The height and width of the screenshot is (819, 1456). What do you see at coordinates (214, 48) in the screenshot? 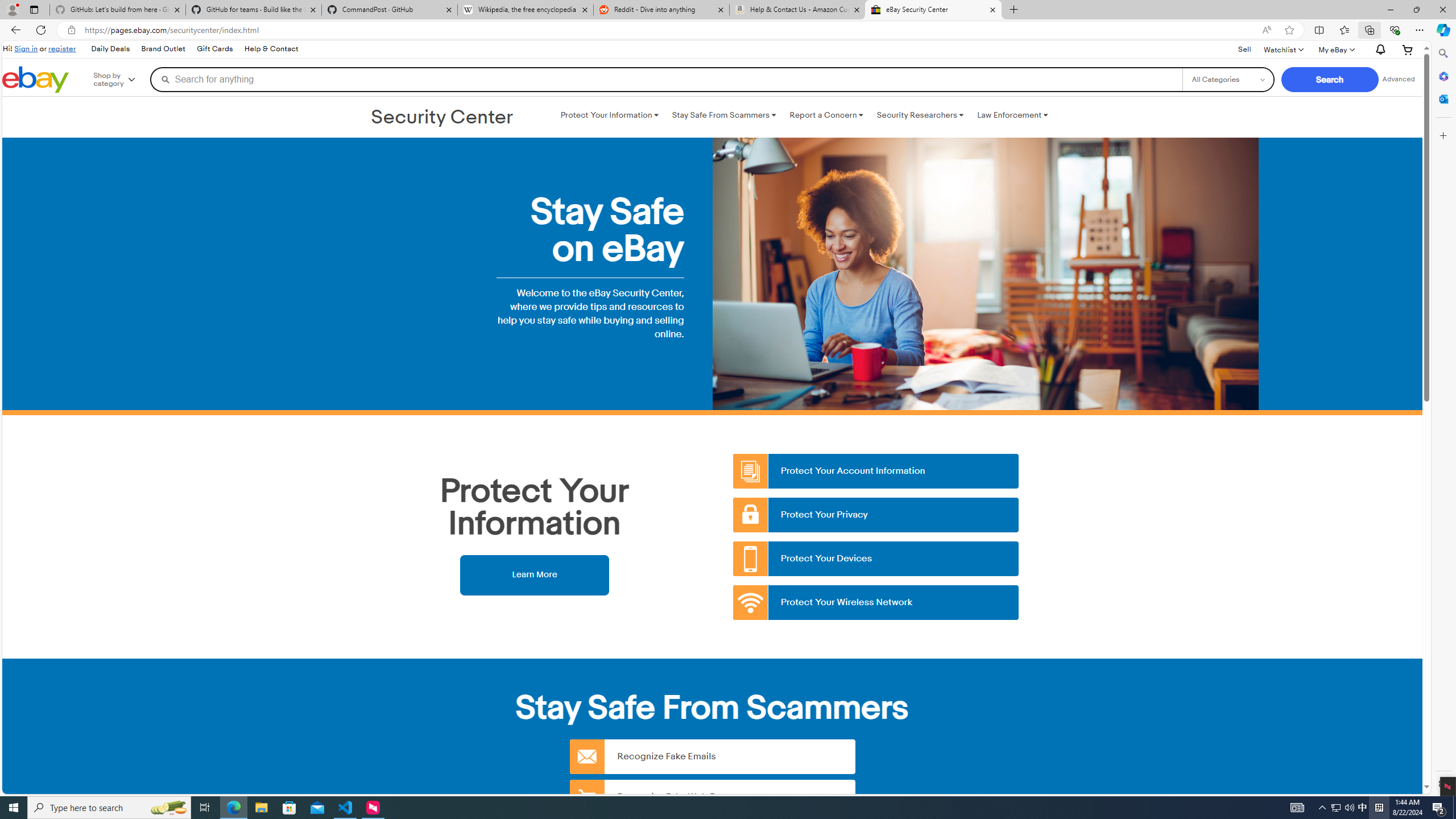
I see `'Gift Cards'` at bounding box center [214, 48].